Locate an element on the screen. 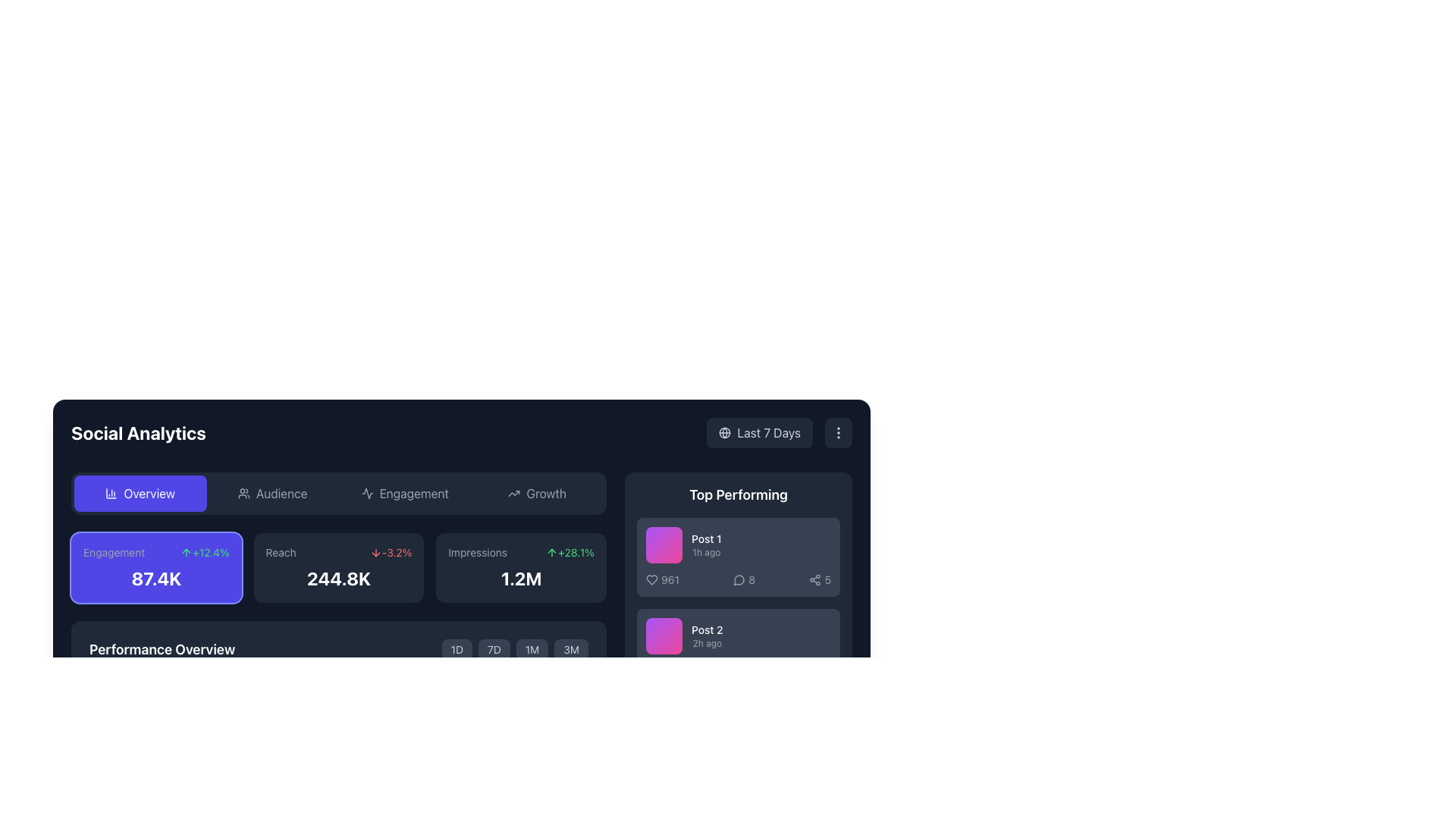  the 'like' or 'favorite' icon located to the left of the numeric text '961' in the 'Post 1' section of the 'Top Performing' widget is located at coordinates (651, 579).